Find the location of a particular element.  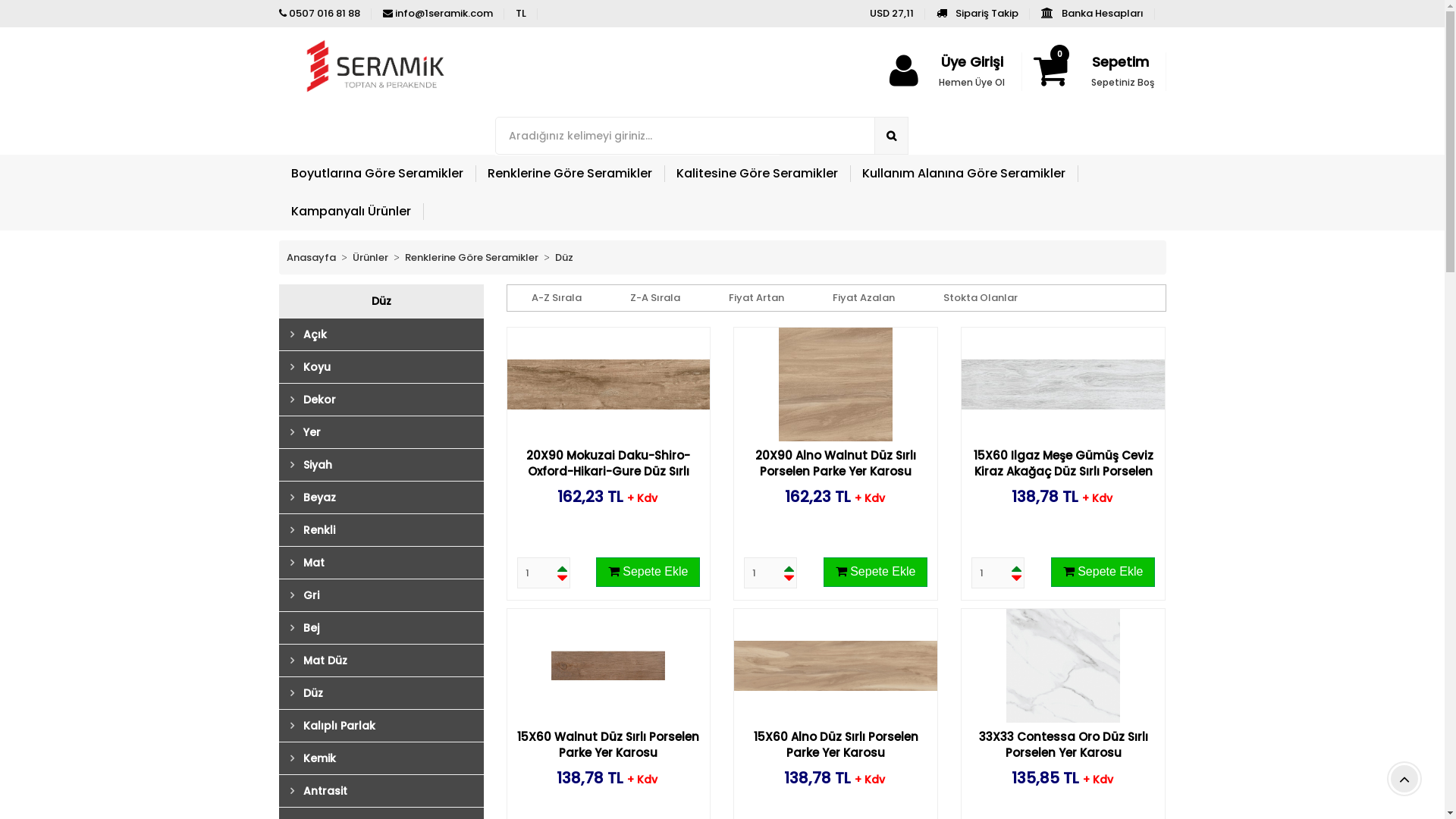

'Fiyat Artan' is located at coordinates (755, 298).